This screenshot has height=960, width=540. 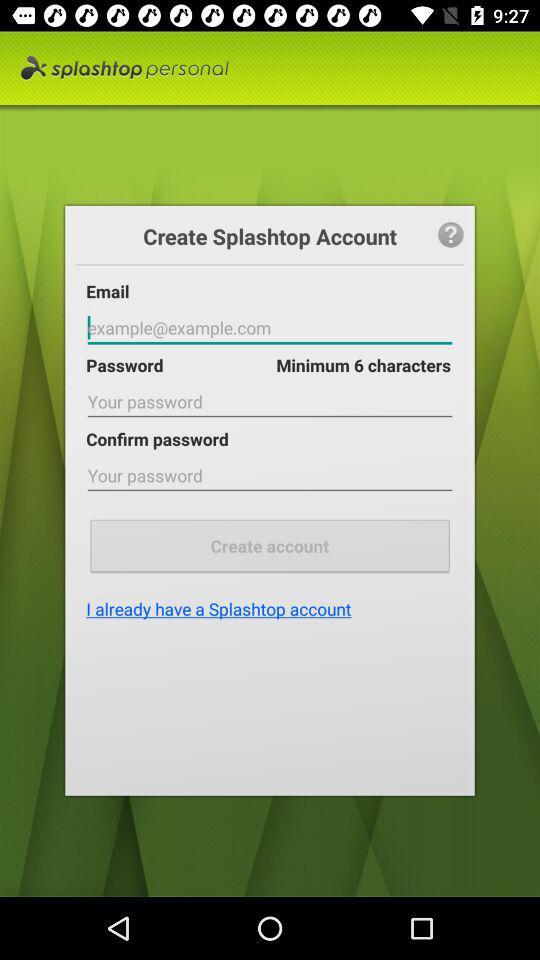 What do you see at coordinates (270, 328) in the screenshot?
I see `login` at bounding box center [270, 328].